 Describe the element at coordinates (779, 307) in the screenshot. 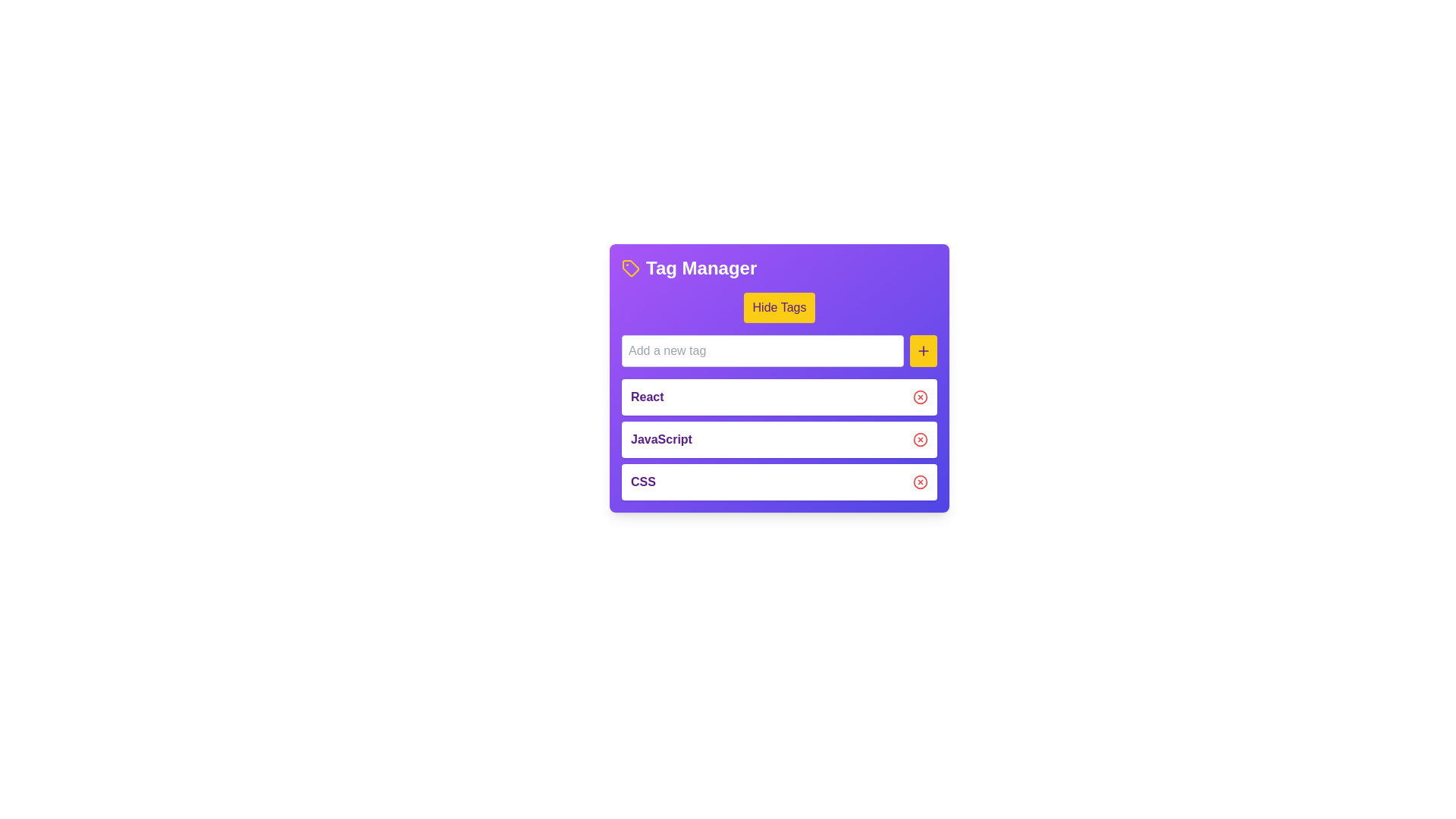

I see `the 'Hide Tags' button, which is a rectangular button with a yellow background and purple text, located within the 'Tag Manager' card` at that location.